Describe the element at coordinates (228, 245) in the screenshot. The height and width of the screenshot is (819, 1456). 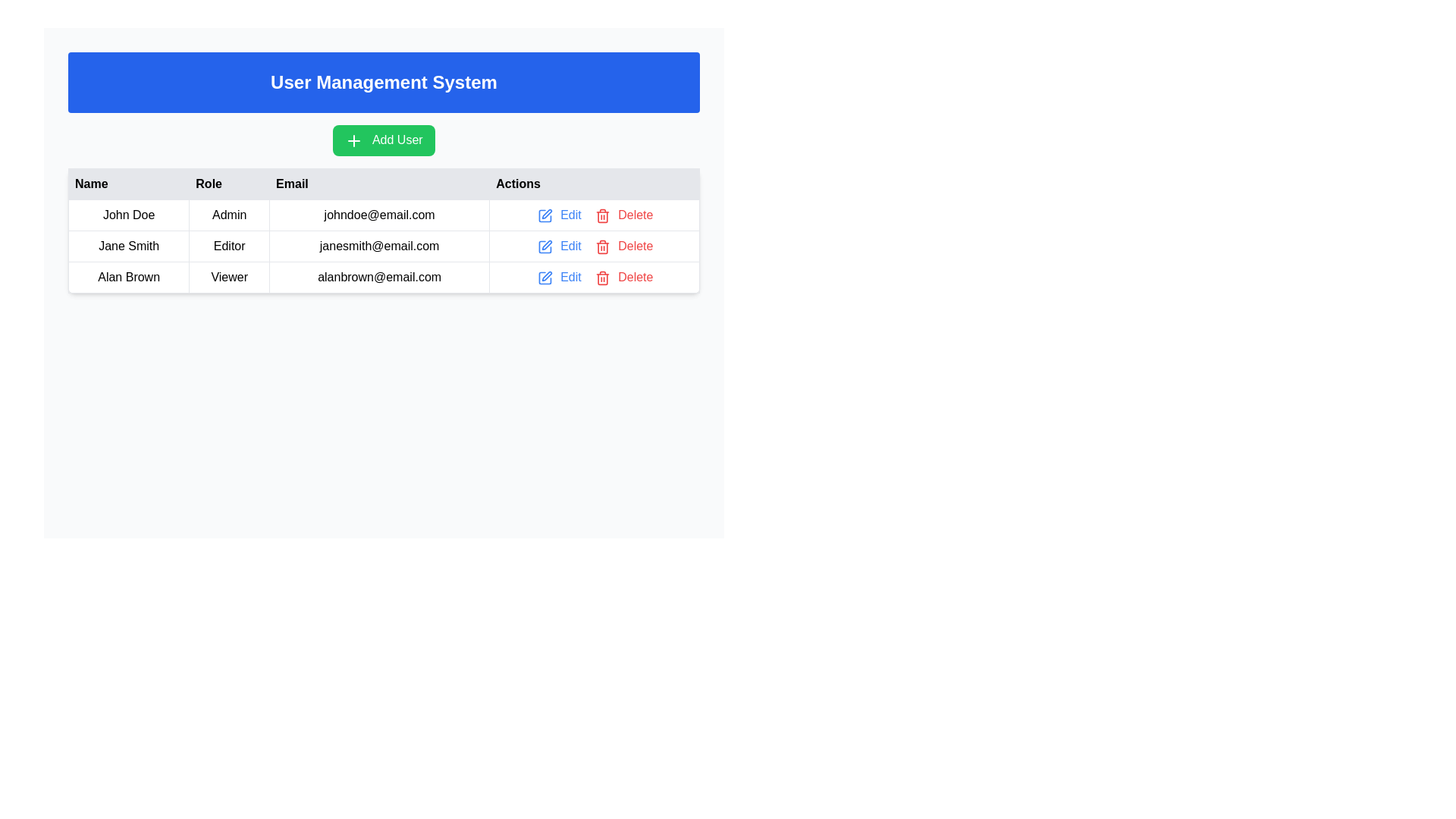
I see `the Static Text Label that indicates the role designation 'Editor' for the user 'Jane Smith' in the user management interface, located in the second row and second column under the 'Role' column` at that location.